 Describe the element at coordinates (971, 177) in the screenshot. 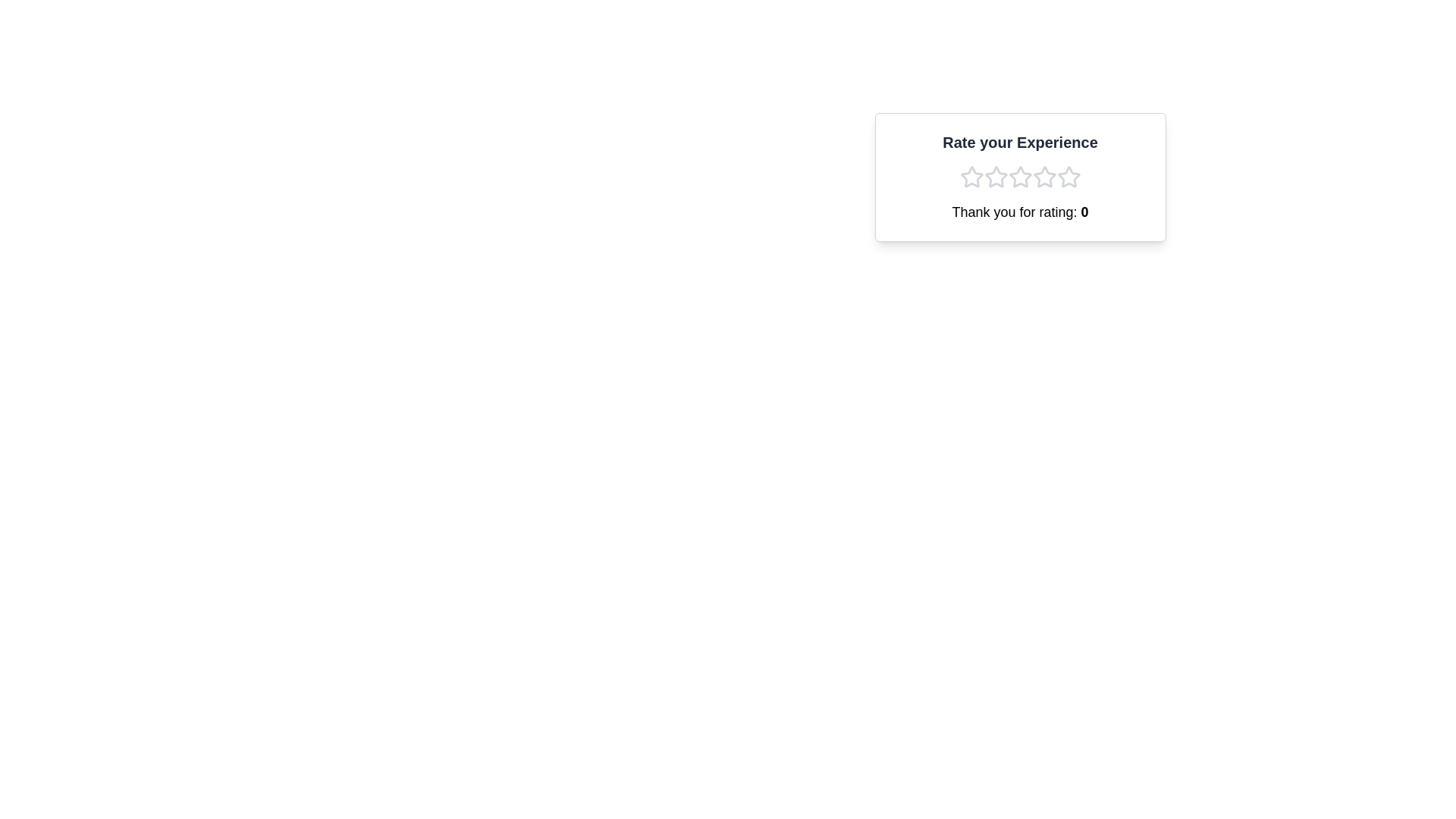

I see `the first star icon in the rating system to indicate a 'one-star' rating beneath the text 'Rate your Experience'` at that location.